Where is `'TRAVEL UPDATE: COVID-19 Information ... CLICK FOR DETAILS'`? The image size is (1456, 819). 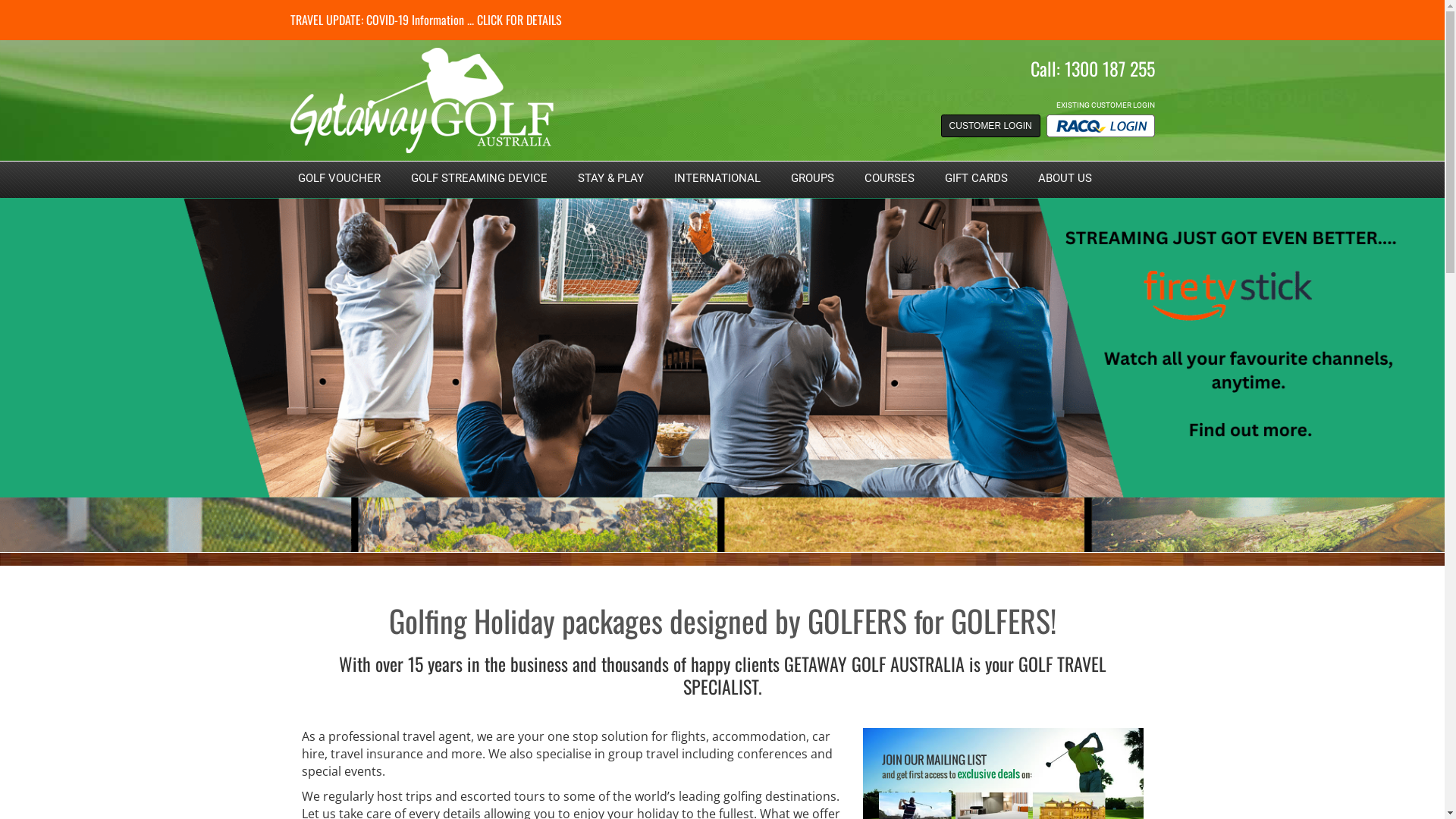 'TRAVEL UPDATE: COVID-19 Information ... CLICK FOR DETAILS' is located at coordinates (425, 20).